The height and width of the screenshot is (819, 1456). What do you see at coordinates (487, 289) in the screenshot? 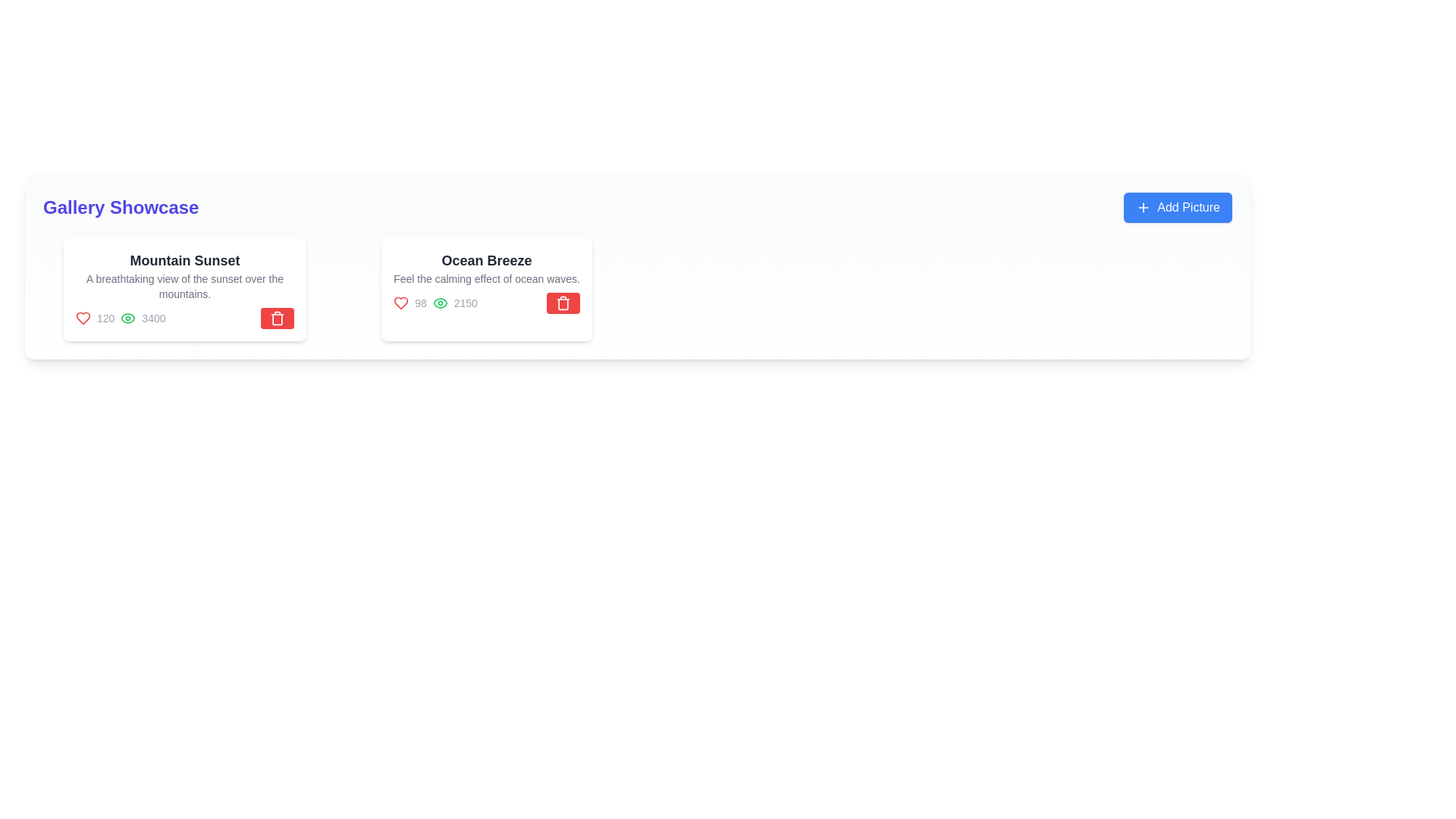
I see `descriptive text of the 'Ocean Breeze' card, which is the second card in a horizontally arranged grid list, located centrally just to the right of the 'Mountain Sunset' card` at bounding box center [487, 289].